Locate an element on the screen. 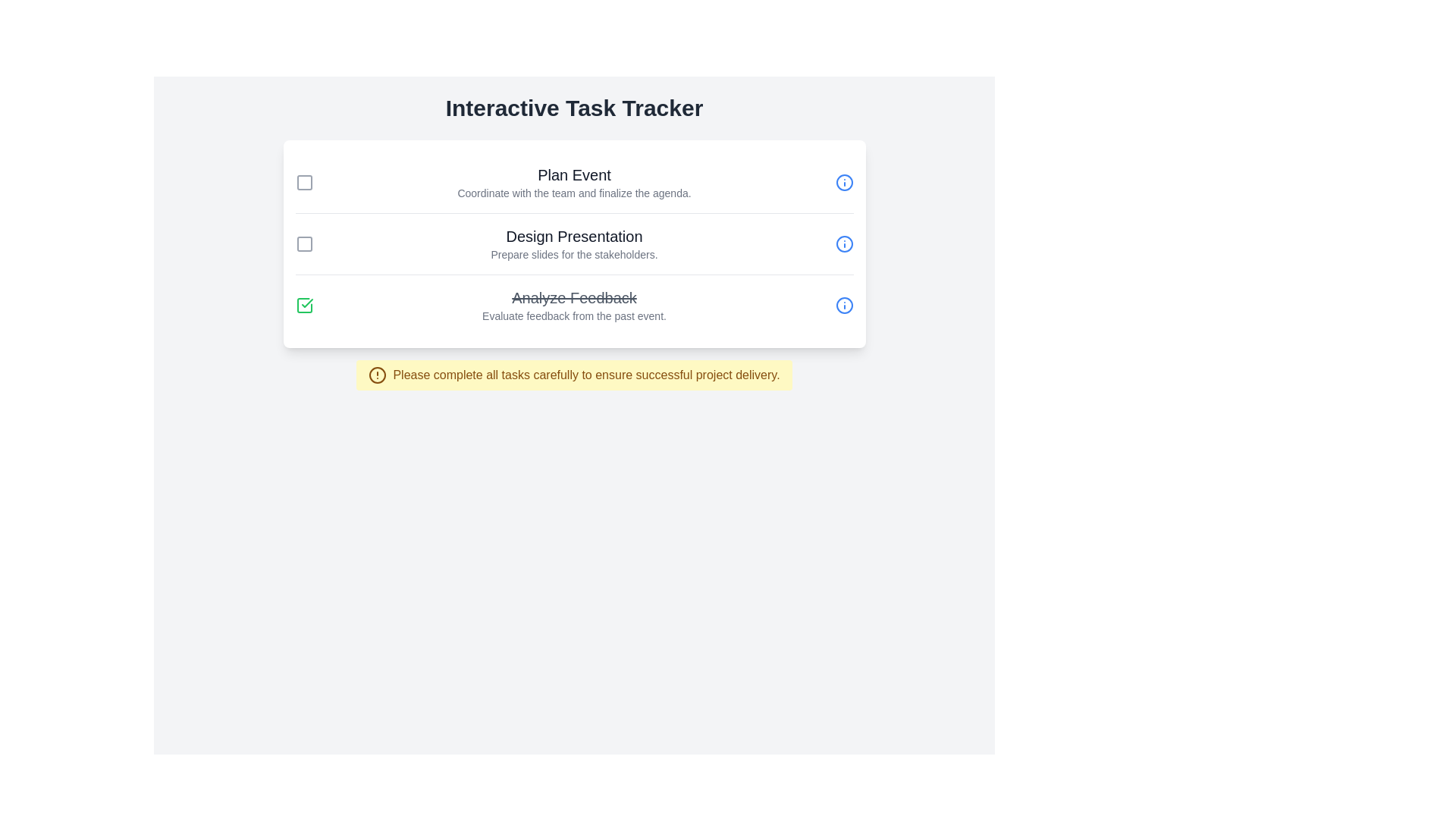 The image size is (1456, 819). the warning message to acknowledge it is located at coordinates (573, 375).